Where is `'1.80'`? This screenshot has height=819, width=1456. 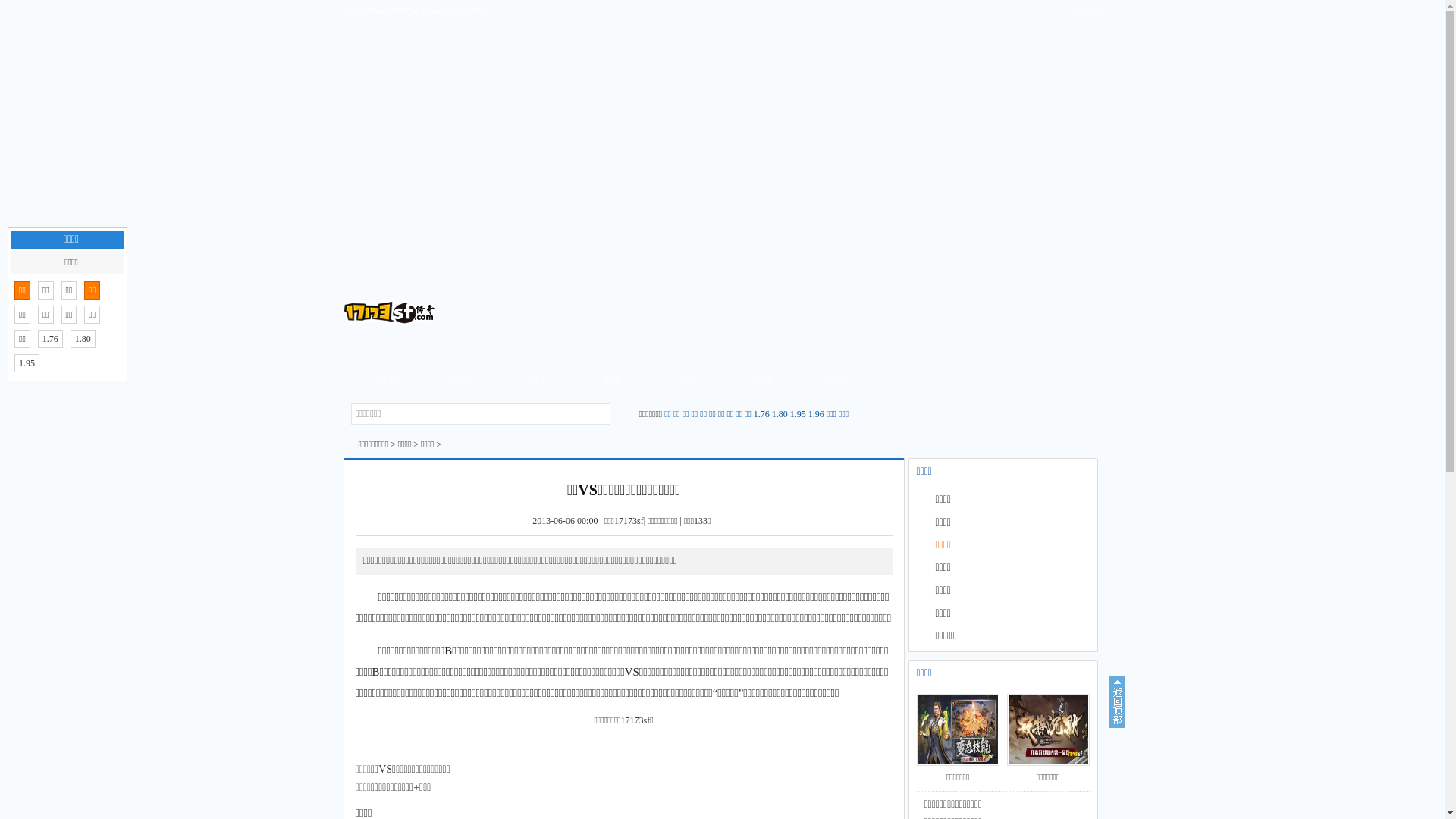 '1.80' is located at coordinates (82, 338).